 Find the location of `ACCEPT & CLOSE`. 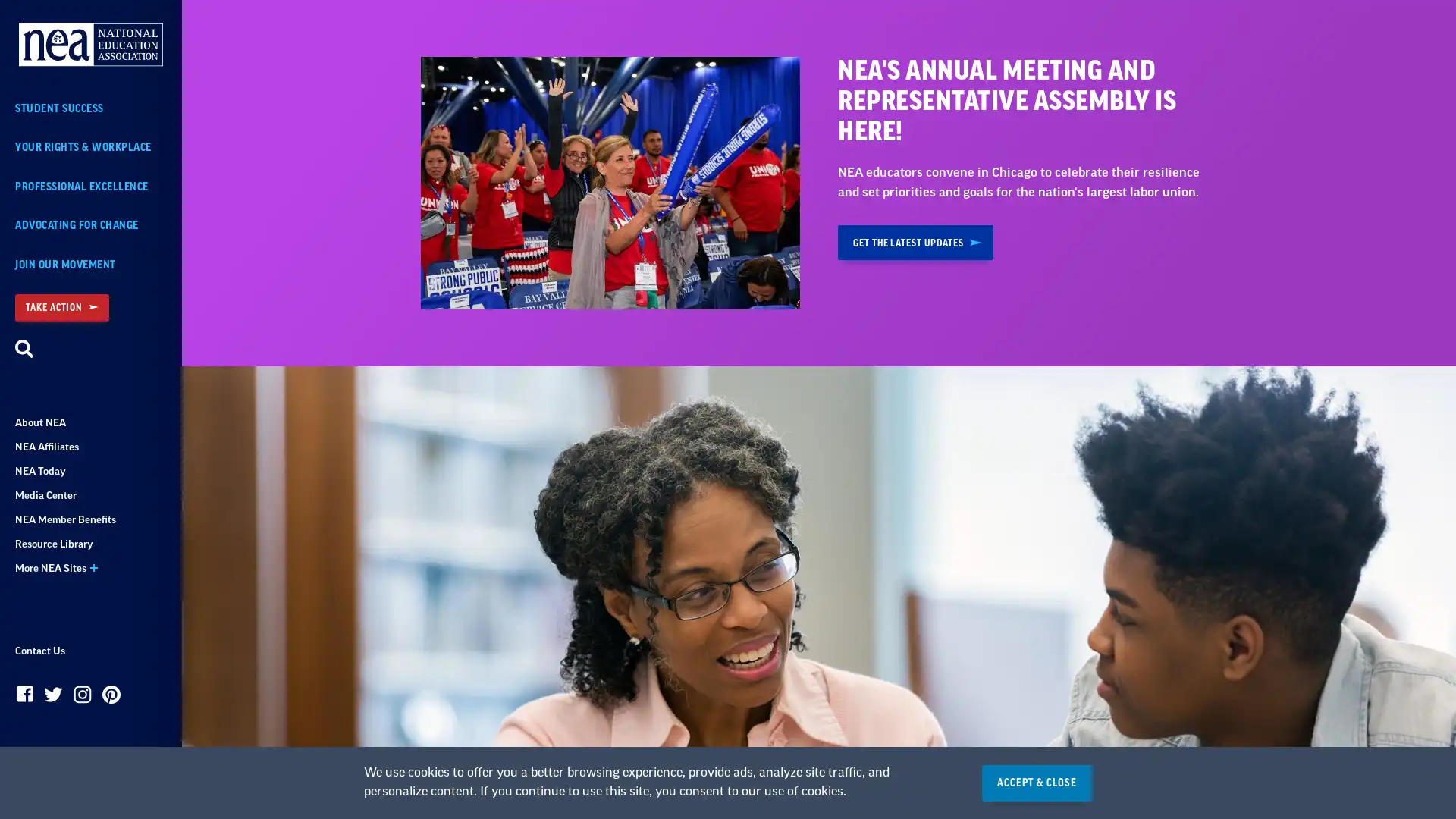

ACCEPT & CLOSE is located at coordinates (1036, 783).